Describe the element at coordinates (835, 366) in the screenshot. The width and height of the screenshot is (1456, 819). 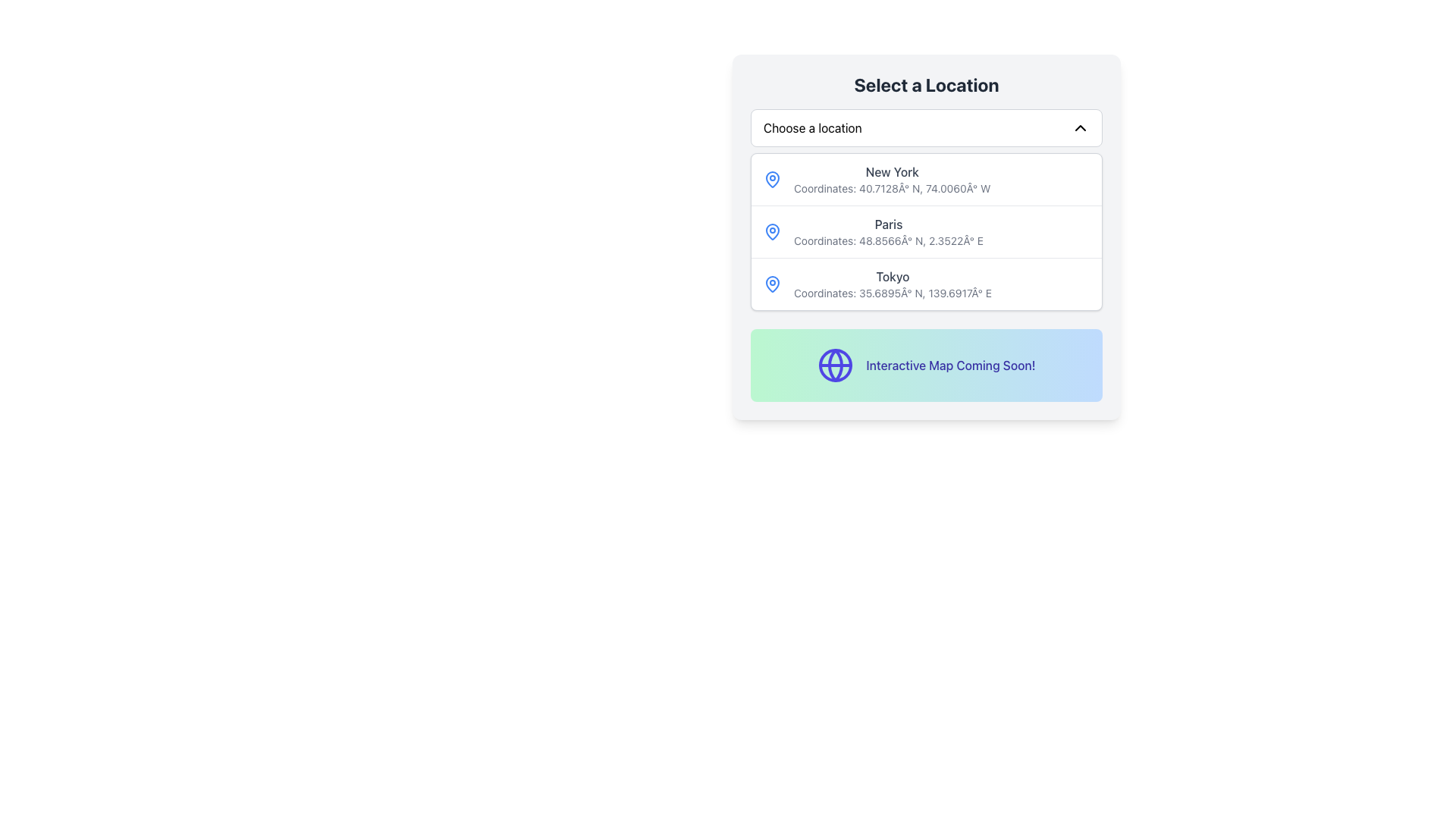
I see `the graphical icon component (SVG circle) at the center of the globe icon located in the interactive map placeholder area` at that location.